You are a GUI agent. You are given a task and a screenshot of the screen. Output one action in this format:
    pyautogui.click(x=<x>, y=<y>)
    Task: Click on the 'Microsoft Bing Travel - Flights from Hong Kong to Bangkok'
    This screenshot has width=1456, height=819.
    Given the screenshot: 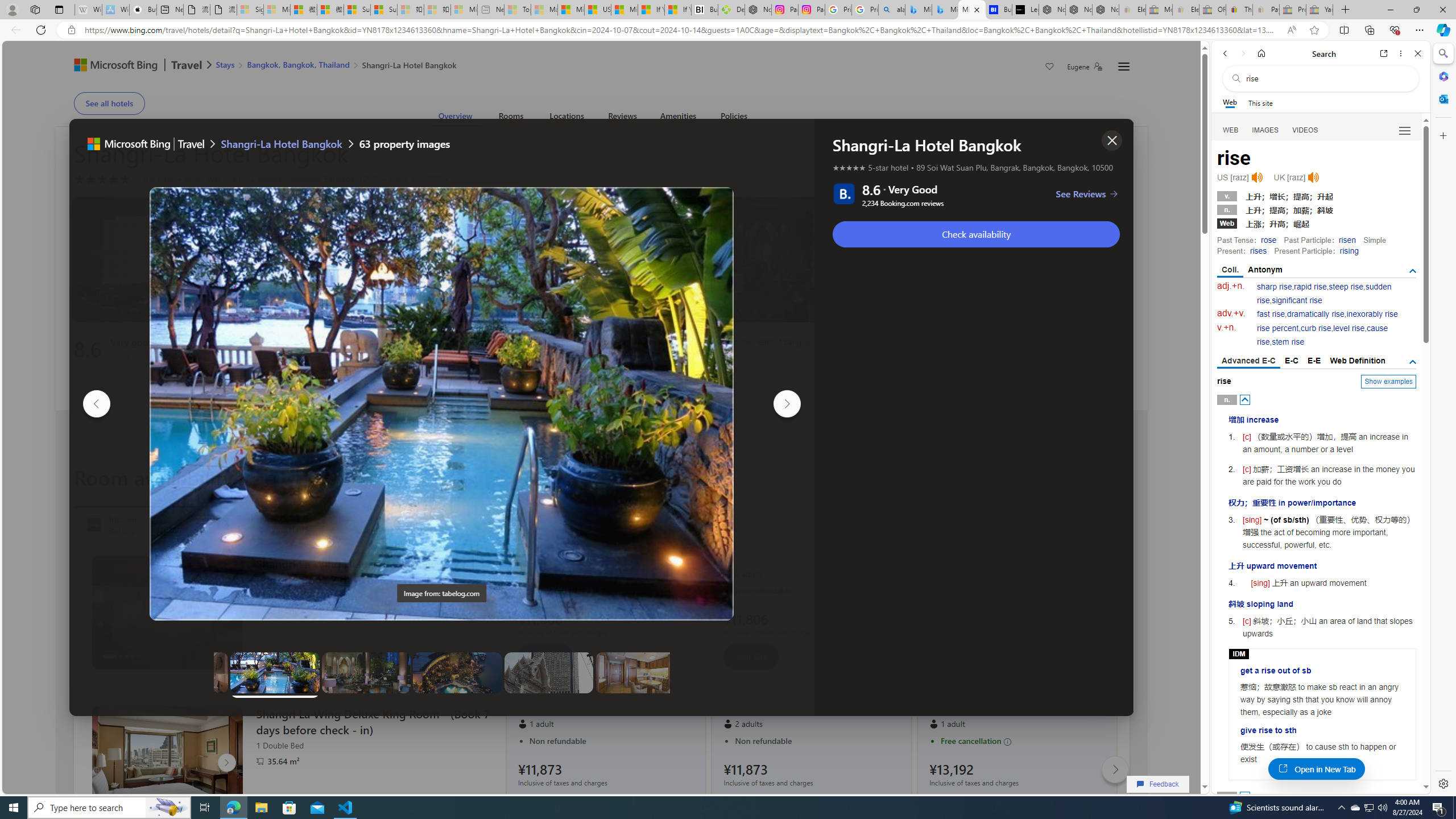 What is the action you would take?
    pyautogui.click(x=918, y=9)
    